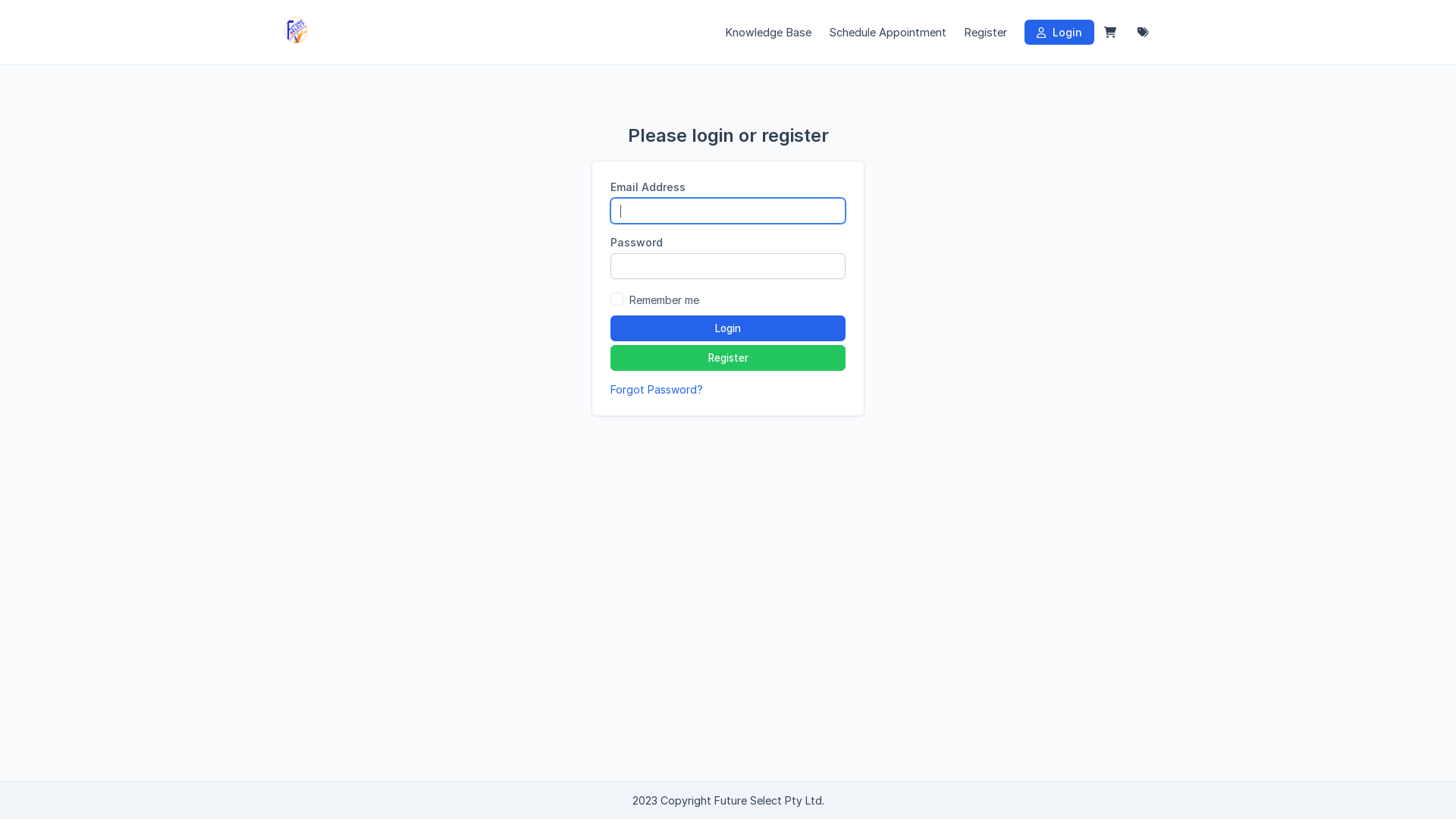 The image size is (1456, 819). What do you see at coordinates (728, 357) in the screenshot?
I see `'Register'` at bounding box center [728, 357].